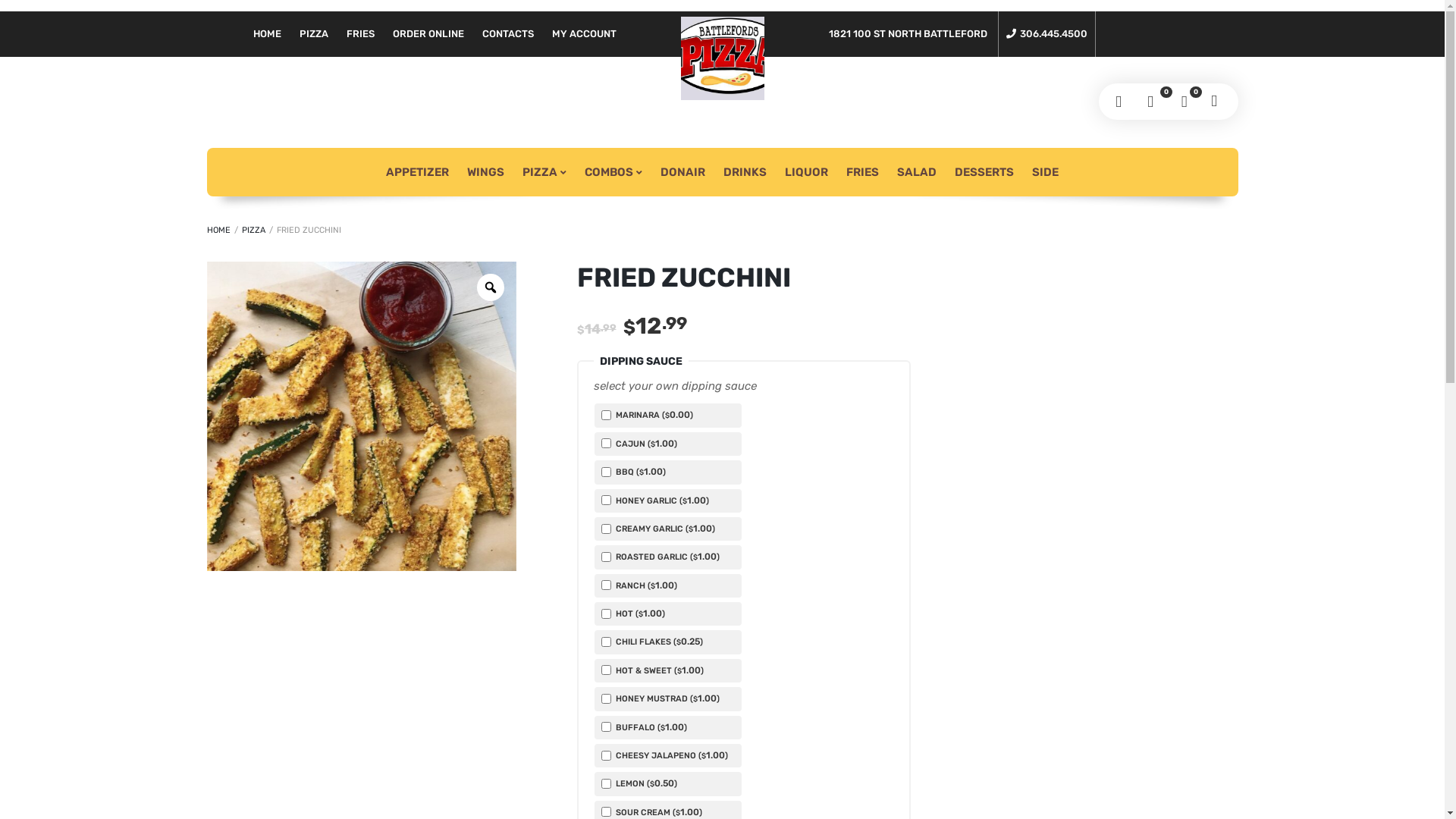 Image resolution: width=1456 pixels, height=819 pixels. Describe the element at coordinates (485, 171) in the screenshot. I see `'WINGS'` at that location.